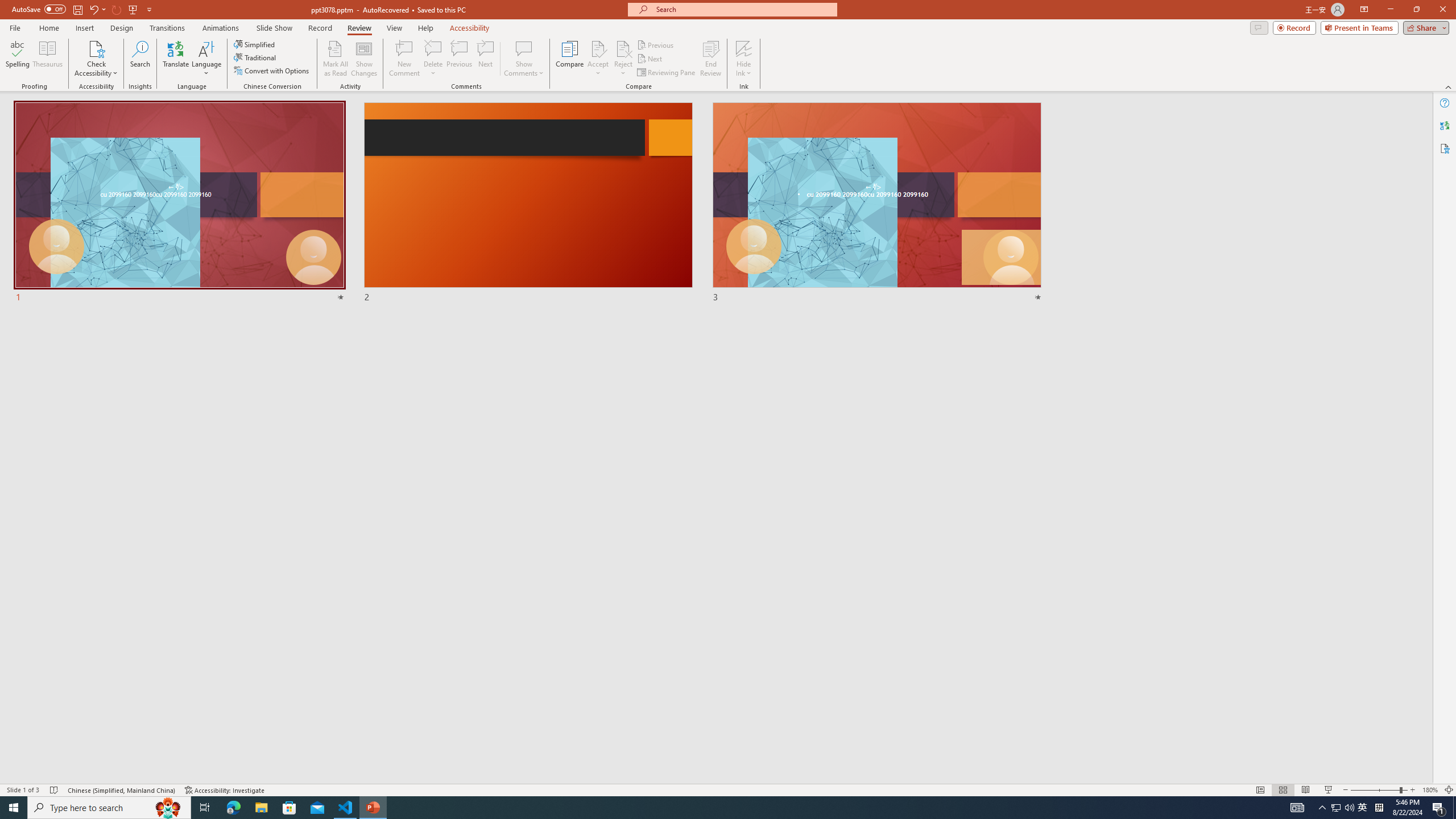 This screenshot has height=819, width=1456. I want to click on 'Reject', so click(622, 59).